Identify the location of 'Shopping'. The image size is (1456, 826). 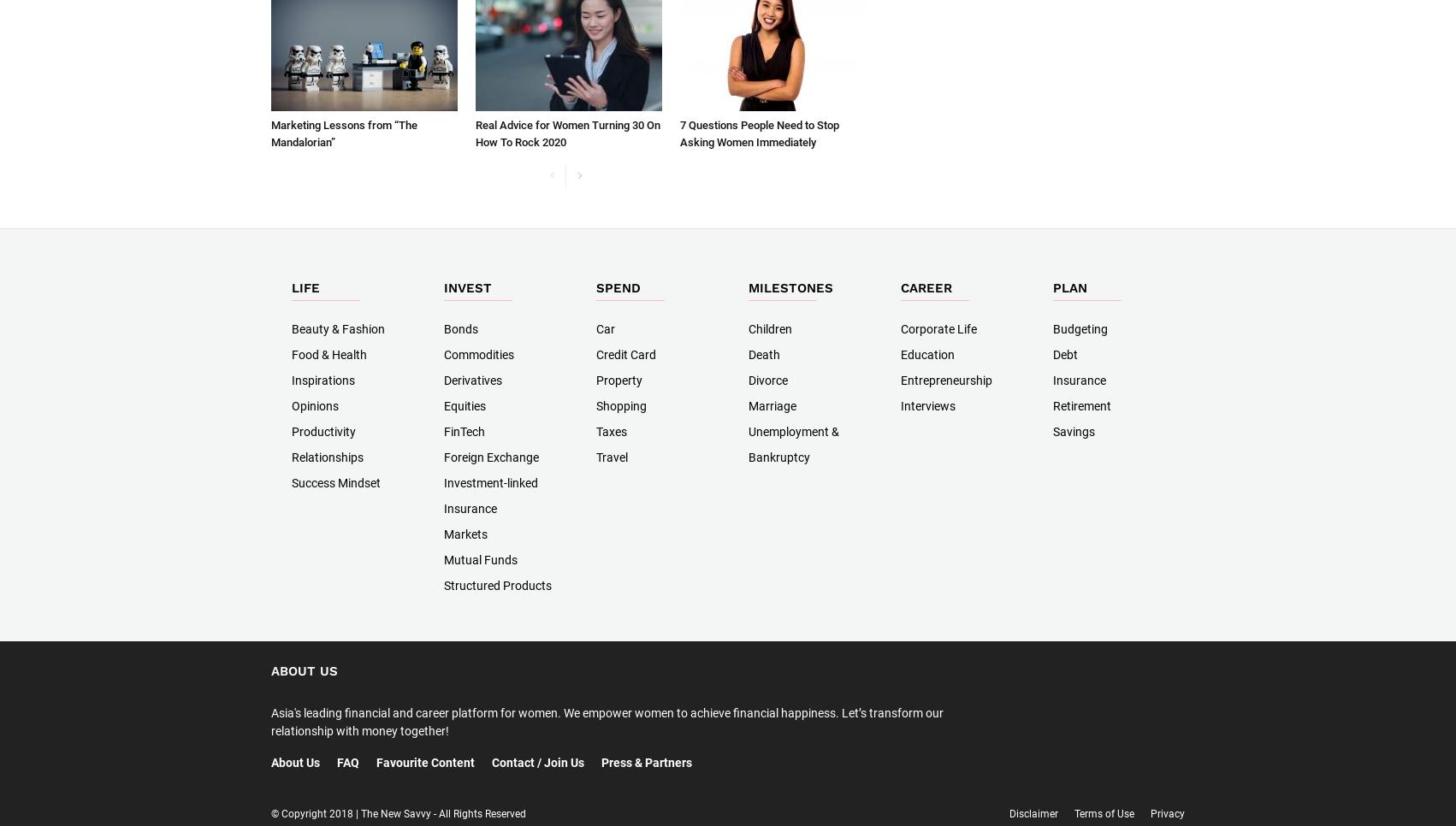
(620, 405).